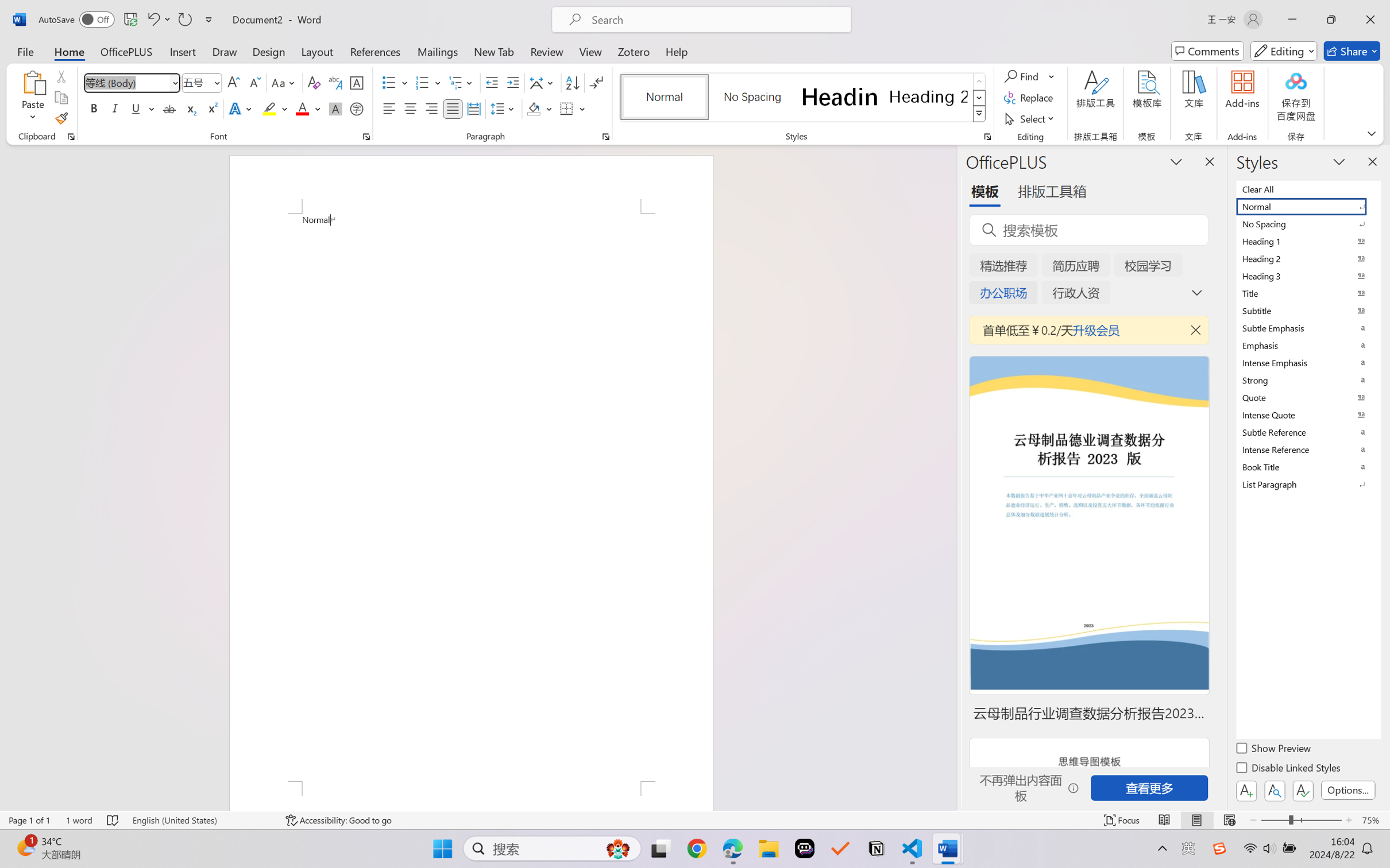 Image resolution: width=1390 pixels, height=868 pixels. I want to click on 'View', so click(590, 51).